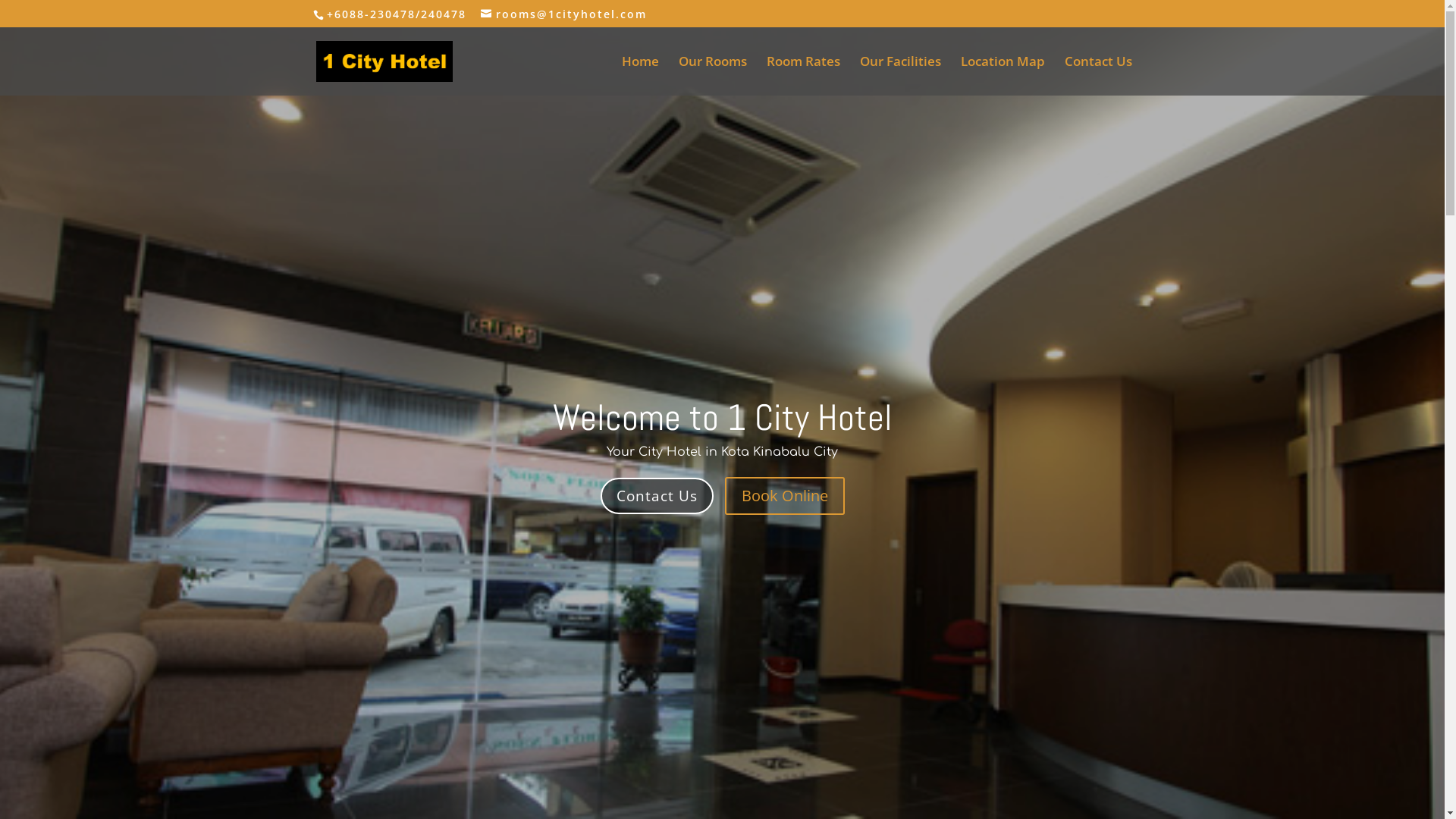 The height and width of the screenshot is (819, 1456). I want to click on 'Book Online', so click(785, 496).